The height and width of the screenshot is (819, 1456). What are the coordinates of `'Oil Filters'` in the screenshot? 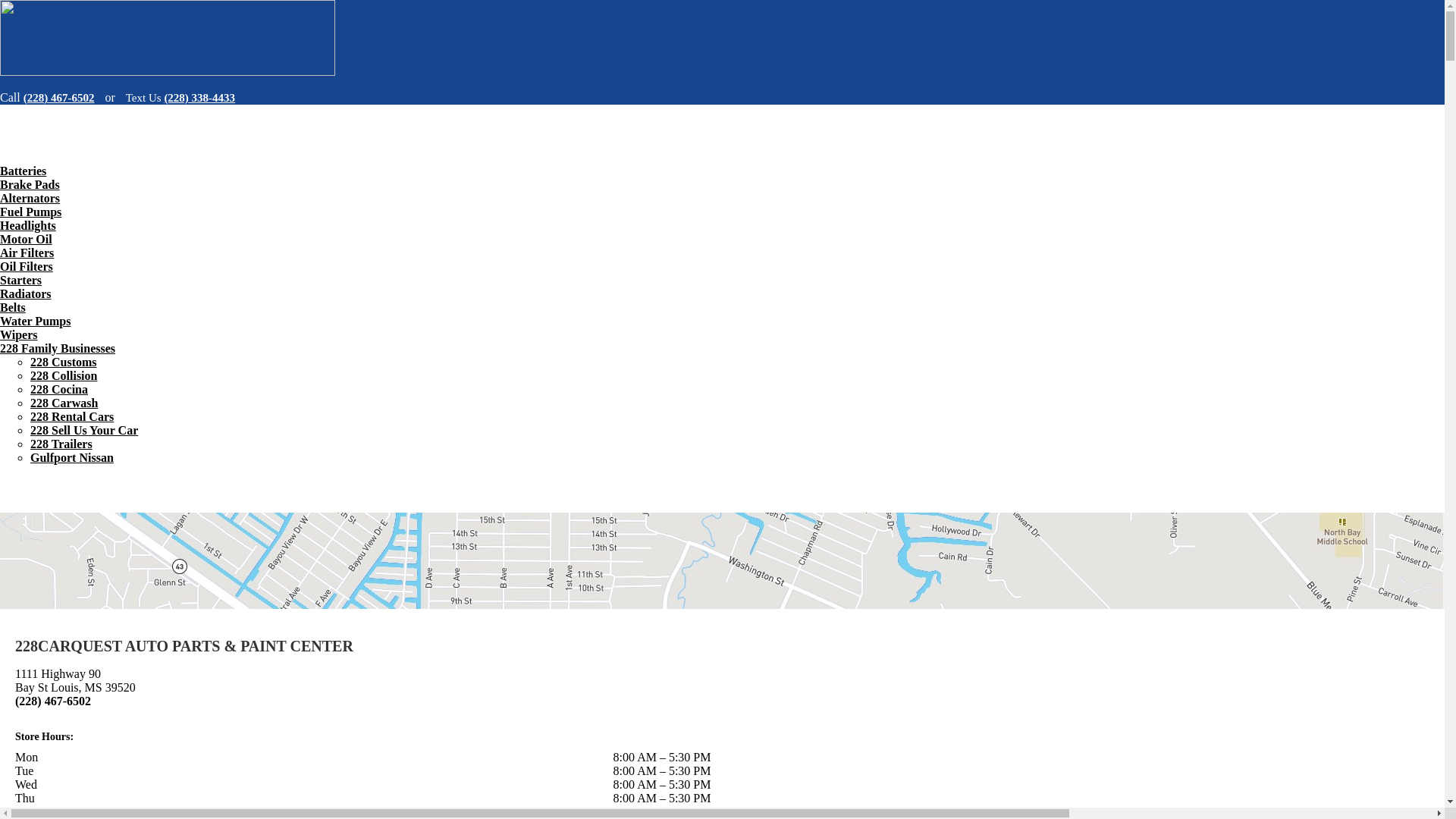 It's located at (26, 265).